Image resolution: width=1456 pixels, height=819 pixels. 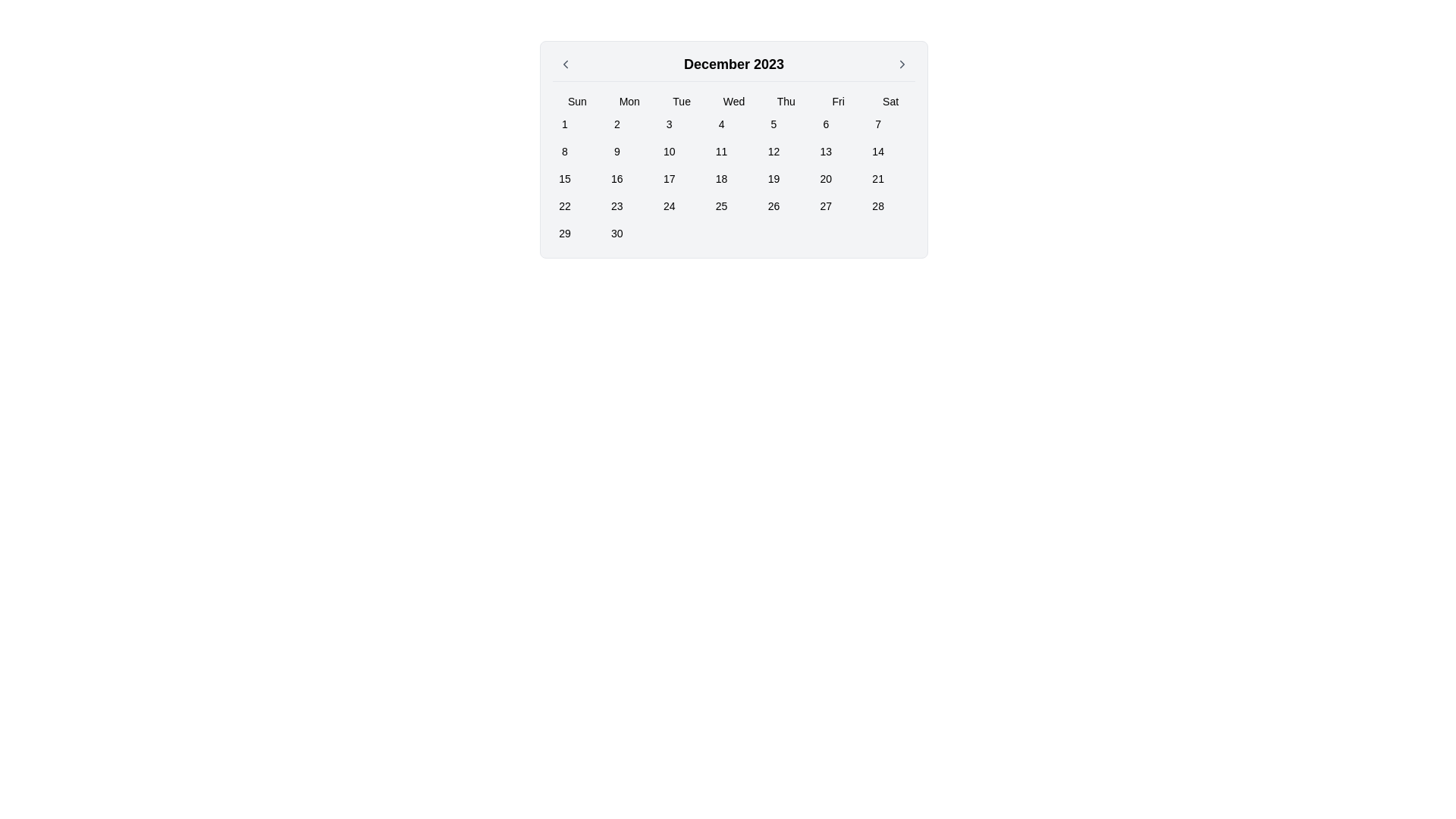 I want to click on the interactive date button located, so click(x=617, y=177).